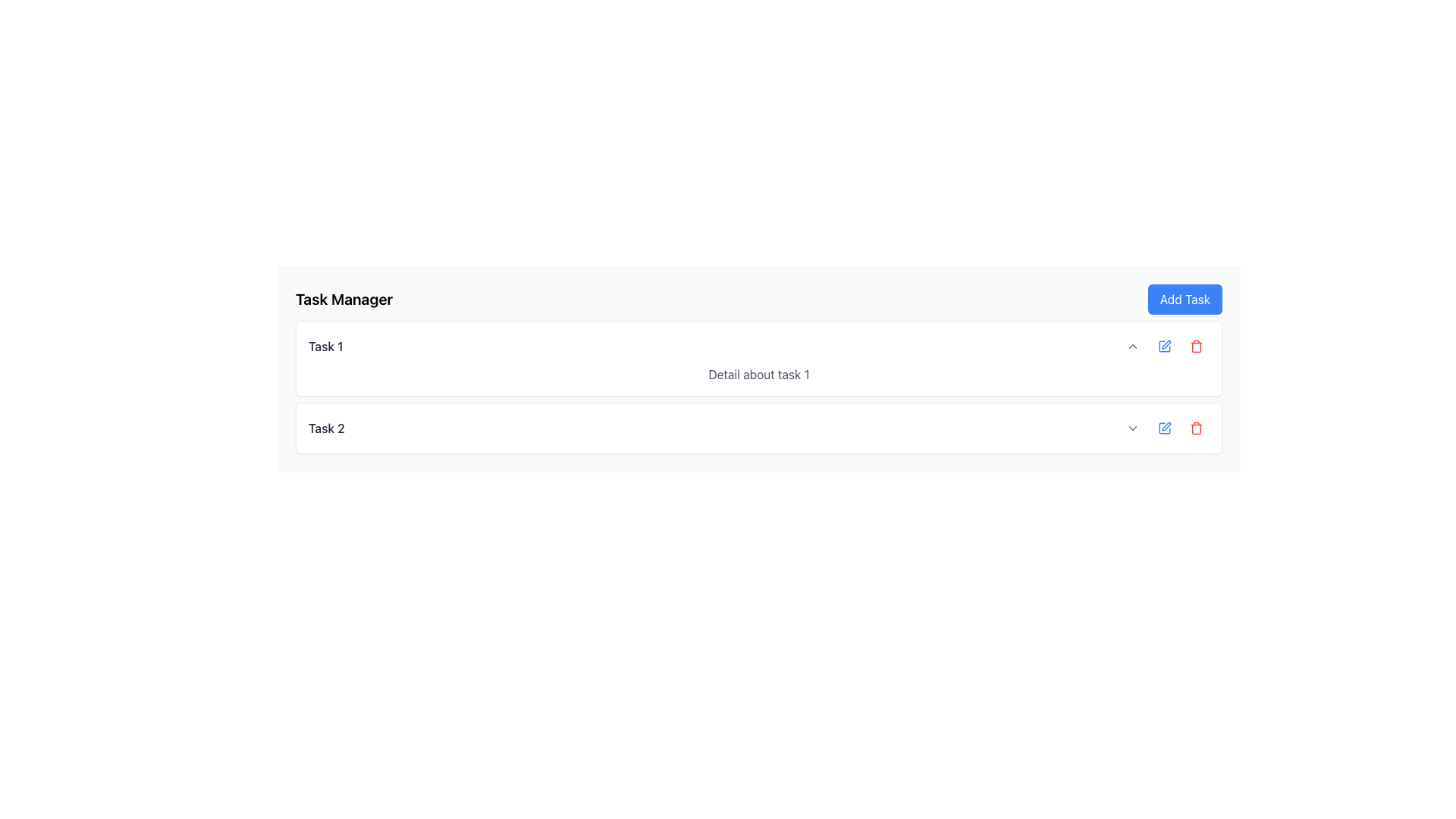 Image resolution: width=1456 pixels, height=819 pixels. What do you see at coordinates (1184, 299) in the screenshot?
I see `the button in the top-right corner of the Task Manager` at bounding box center [1184, 299].